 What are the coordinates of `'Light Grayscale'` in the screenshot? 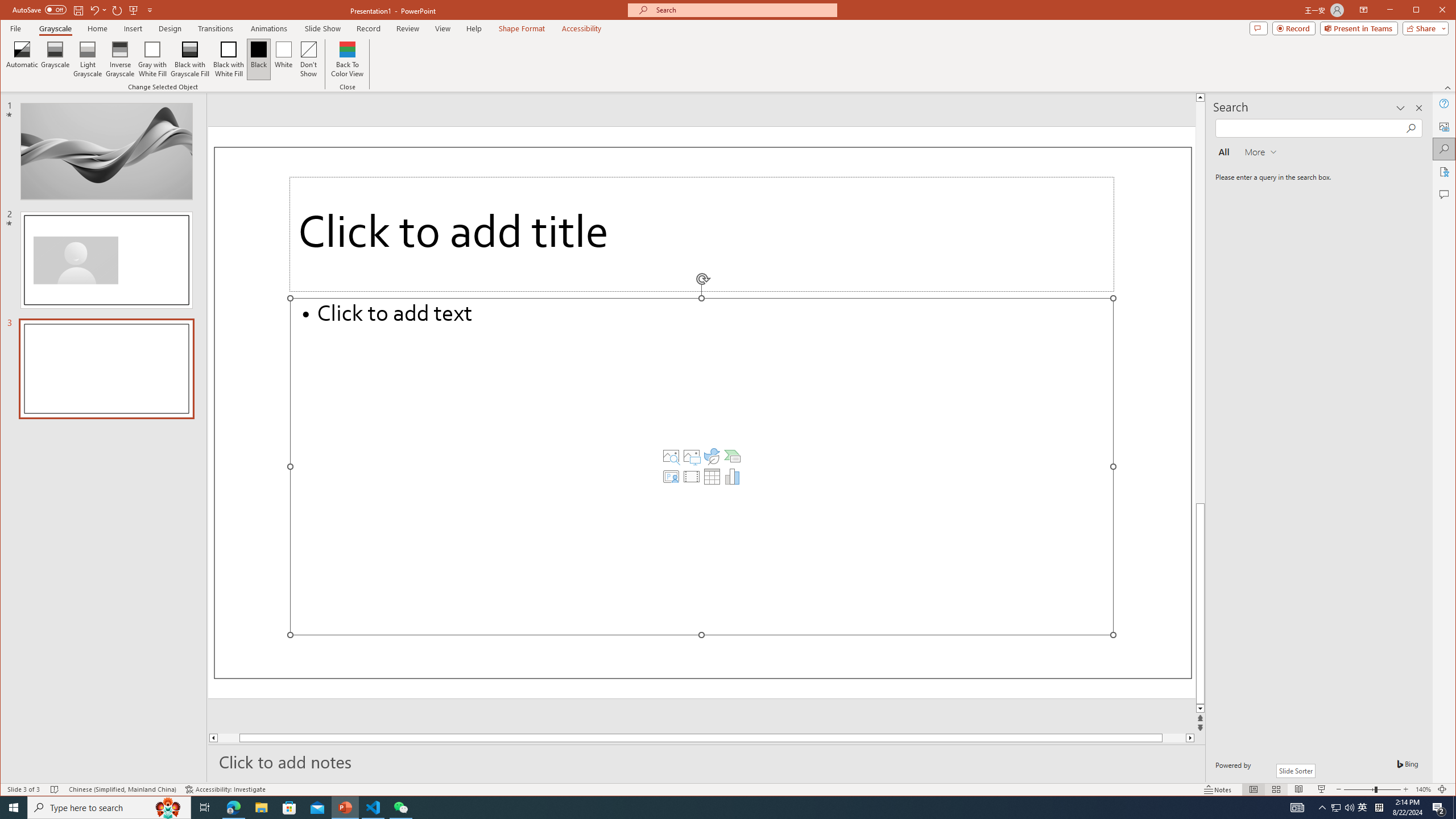 It's located at (88, 59).